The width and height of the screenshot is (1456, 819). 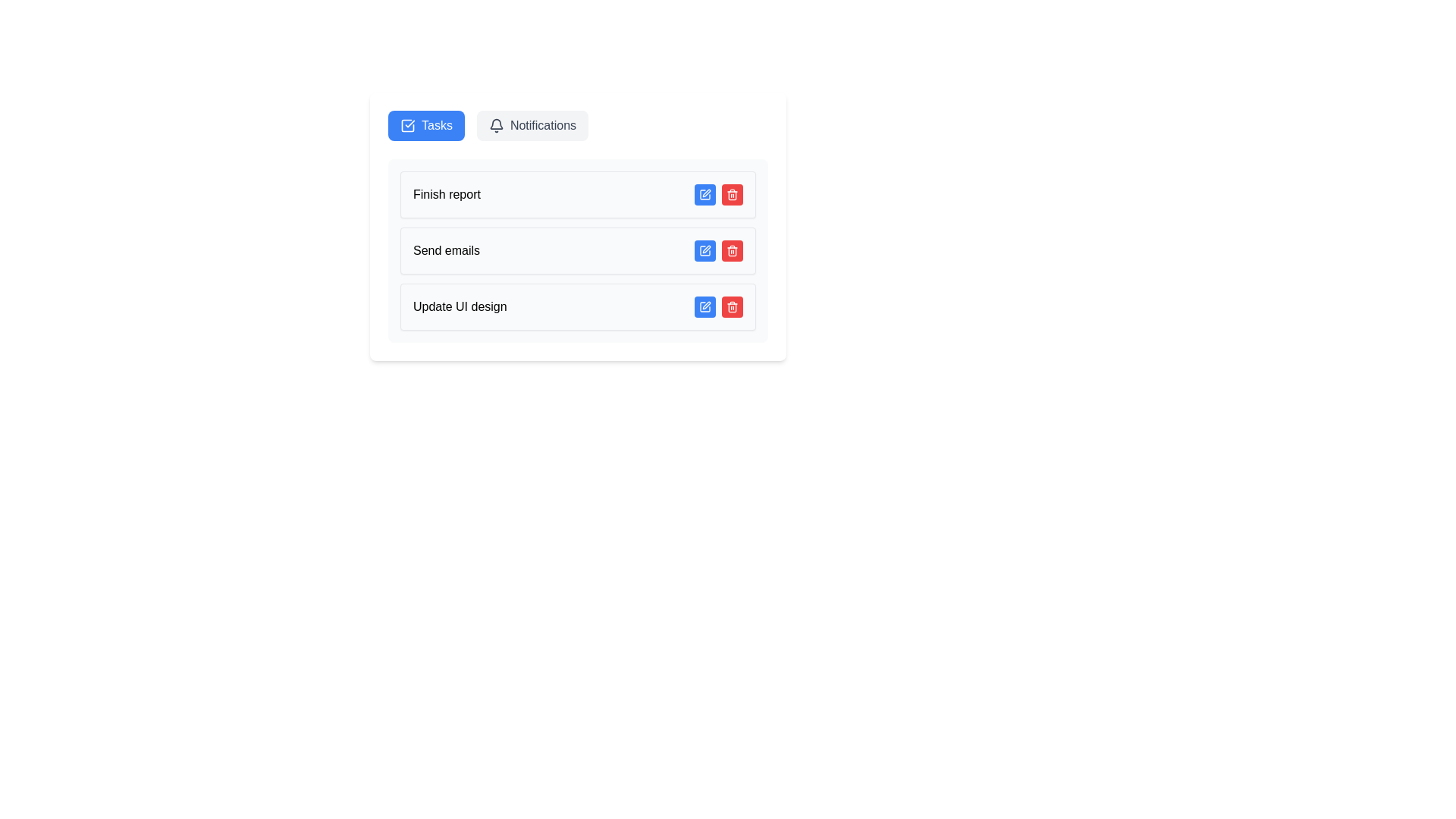 I want to click on the rounded red button with a trash icon positioned in the 'Send emails' group, which is the second button in the group, to trigger a visual response, so click(x=732, y=250).